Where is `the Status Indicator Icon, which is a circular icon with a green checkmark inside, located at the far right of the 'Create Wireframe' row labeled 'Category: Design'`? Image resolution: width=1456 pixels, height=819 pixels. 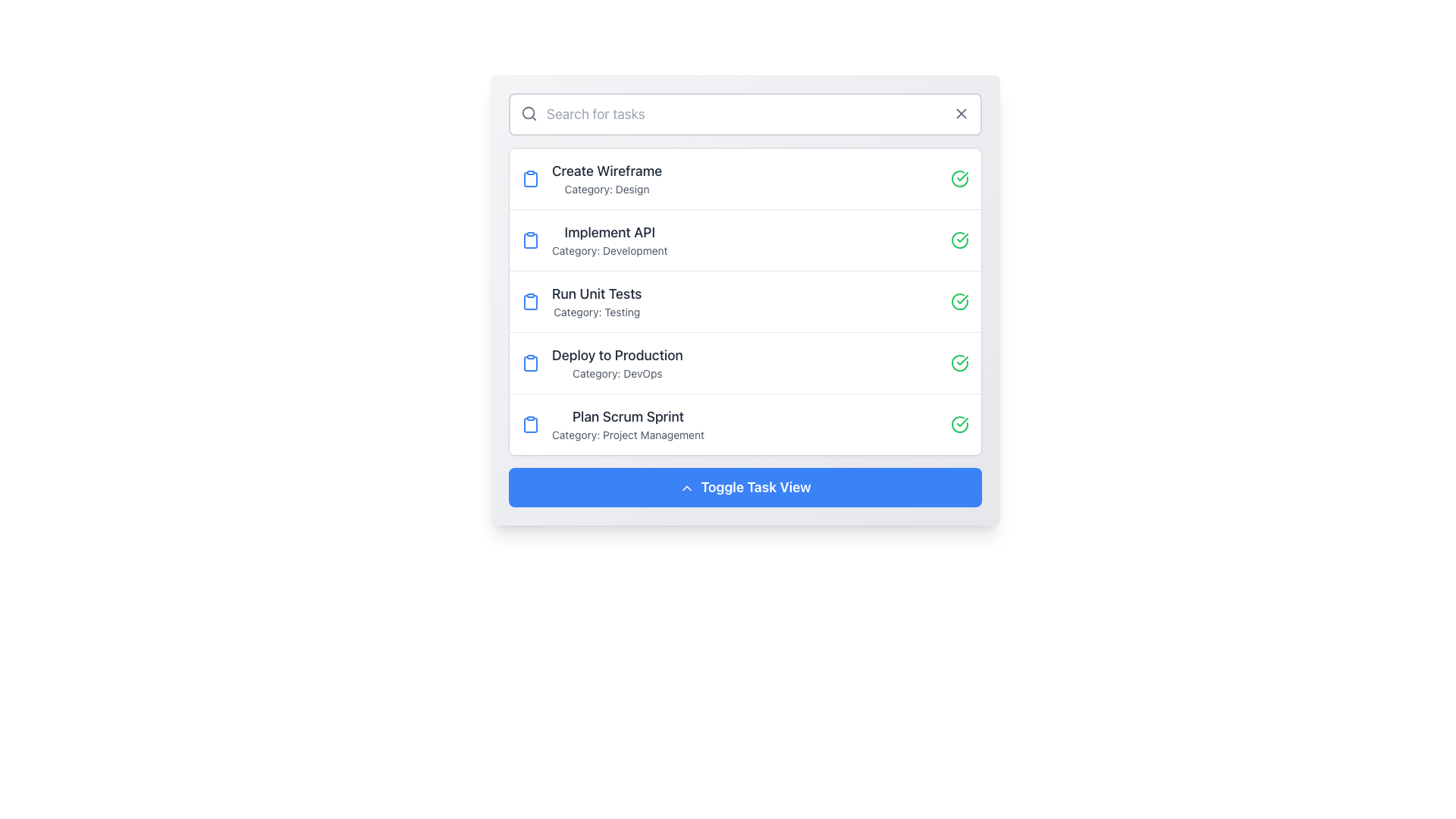 the Status Indicator Icon, which is a circular icon with a green checkmark inside, located at the far right of the 'Create Wireframe' row labeled 'Category: Design' is located at coordinates (959, 177).